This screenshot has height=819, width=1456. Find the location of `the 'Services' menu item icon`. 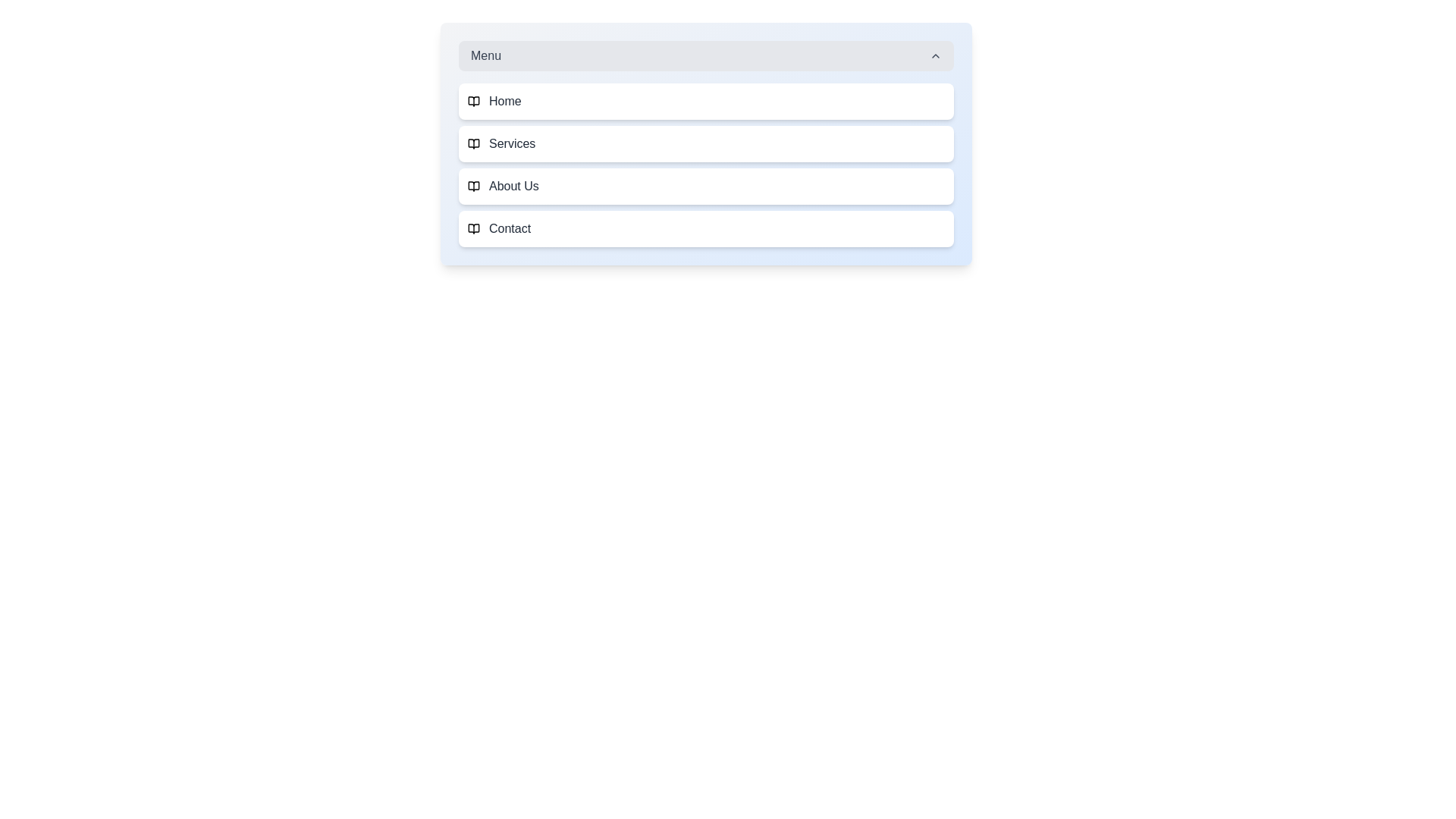

the 'Services' menu item icon is located at coordinates (472, 143).